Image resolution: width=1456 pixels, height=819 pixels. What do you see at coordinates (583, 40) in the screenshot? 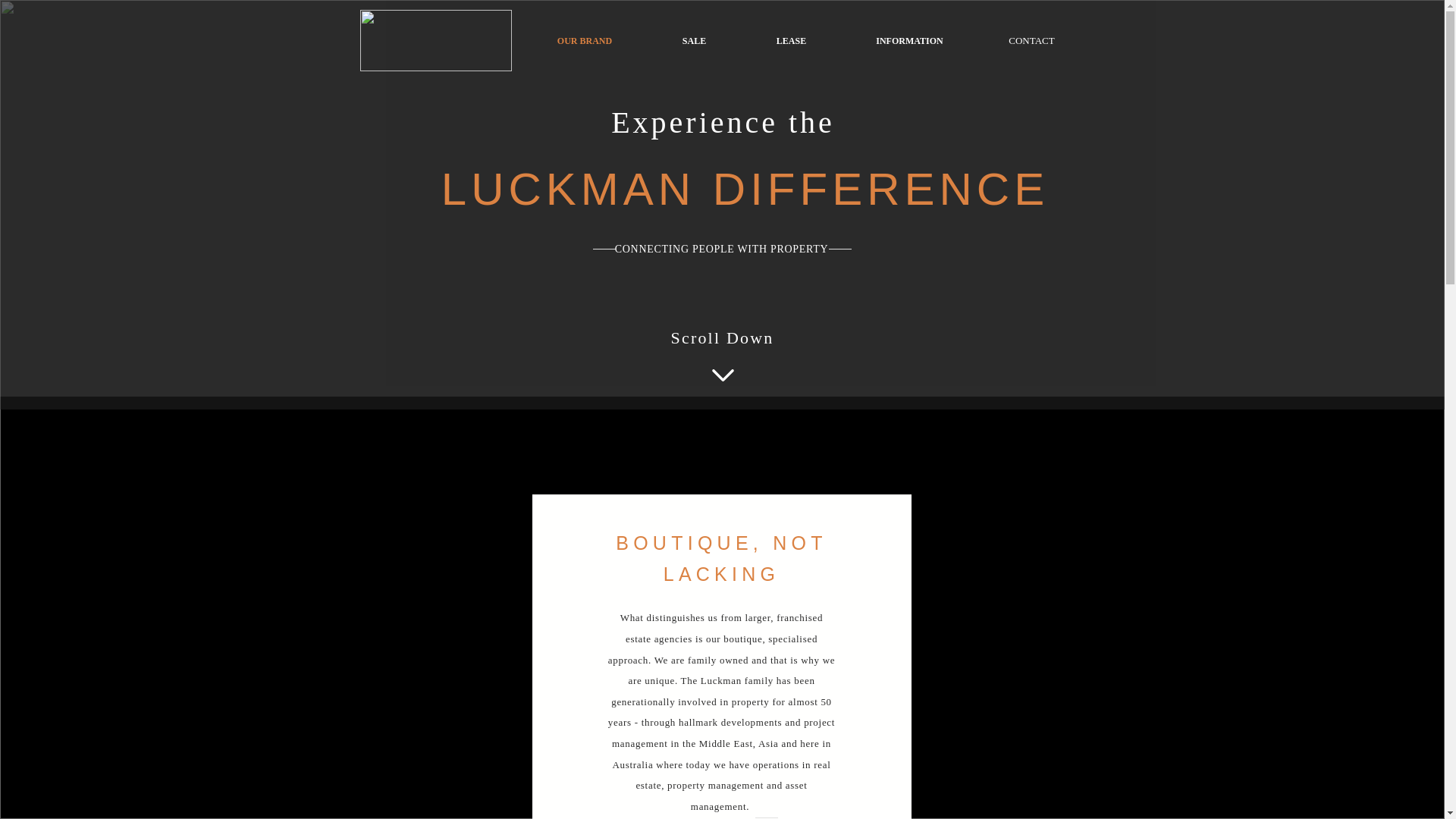
I see `'OUR BRAND'` at bounding box center [583, 40].